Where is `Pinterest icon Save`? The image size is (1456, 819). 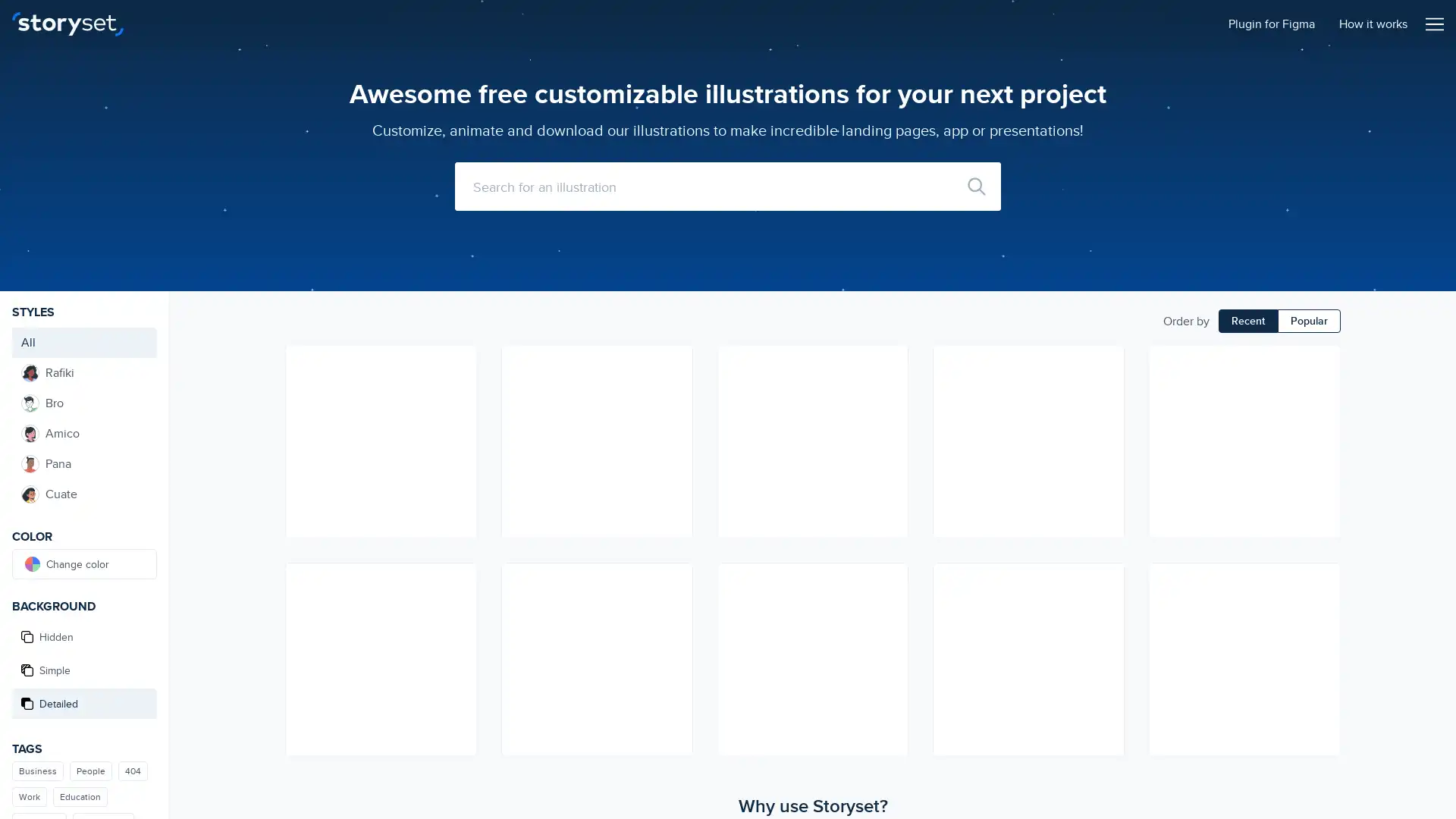
Pinterest icon Save is located at coordinates (889, 418).